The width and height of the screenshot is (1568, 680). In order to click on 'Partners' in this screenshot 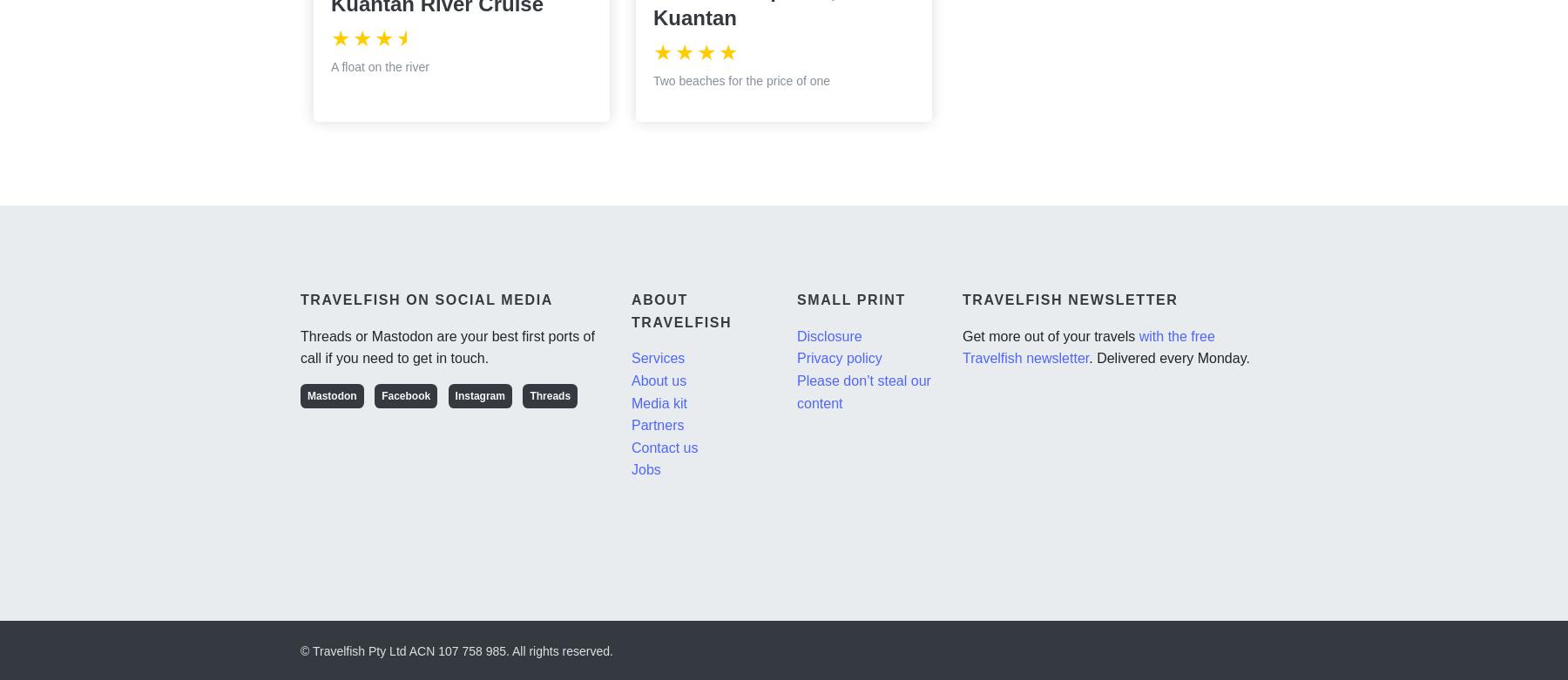, I will do `click(629, 424)`.